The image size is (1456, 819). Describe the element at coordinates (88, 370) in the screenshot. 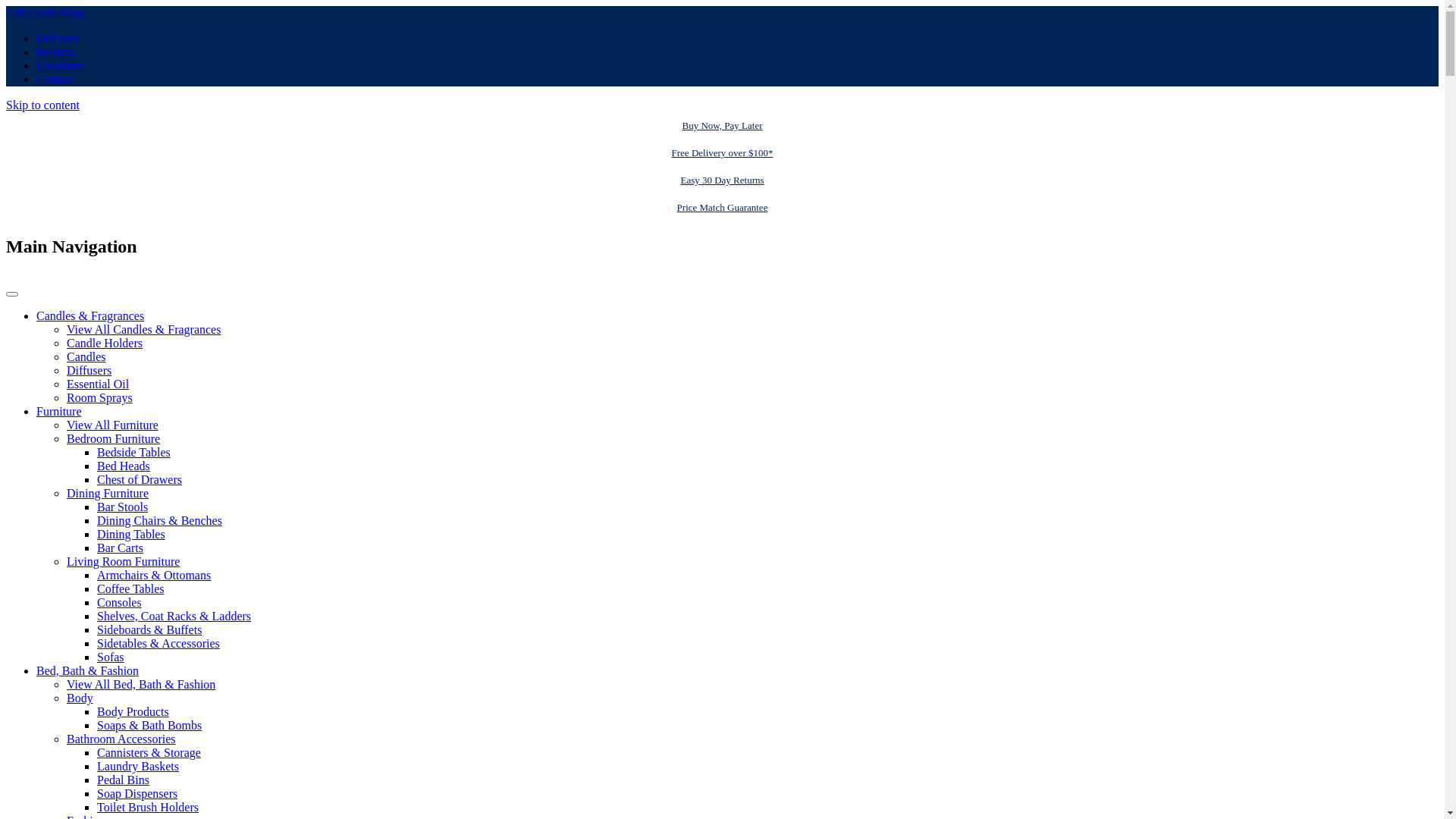

I see `'Diffusers'` at that location.